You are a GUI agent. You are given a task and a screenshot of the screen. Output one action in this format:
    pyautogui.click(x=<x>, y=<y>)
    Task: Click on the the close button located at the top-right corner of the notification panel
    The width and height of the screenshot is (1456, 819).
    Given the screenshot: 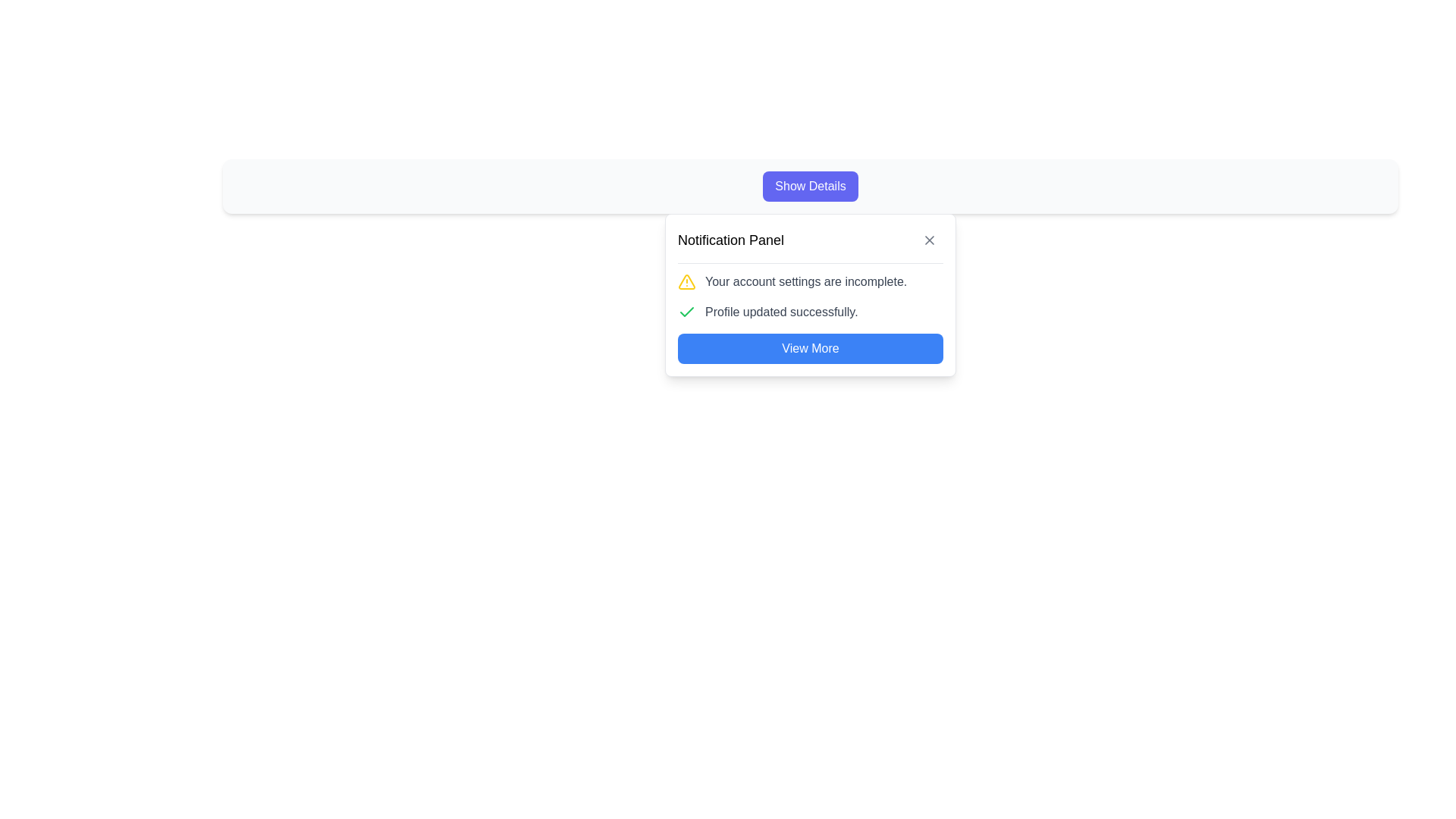 What is the action you would take?
    pyautogui.click(x=928, y=239)
    